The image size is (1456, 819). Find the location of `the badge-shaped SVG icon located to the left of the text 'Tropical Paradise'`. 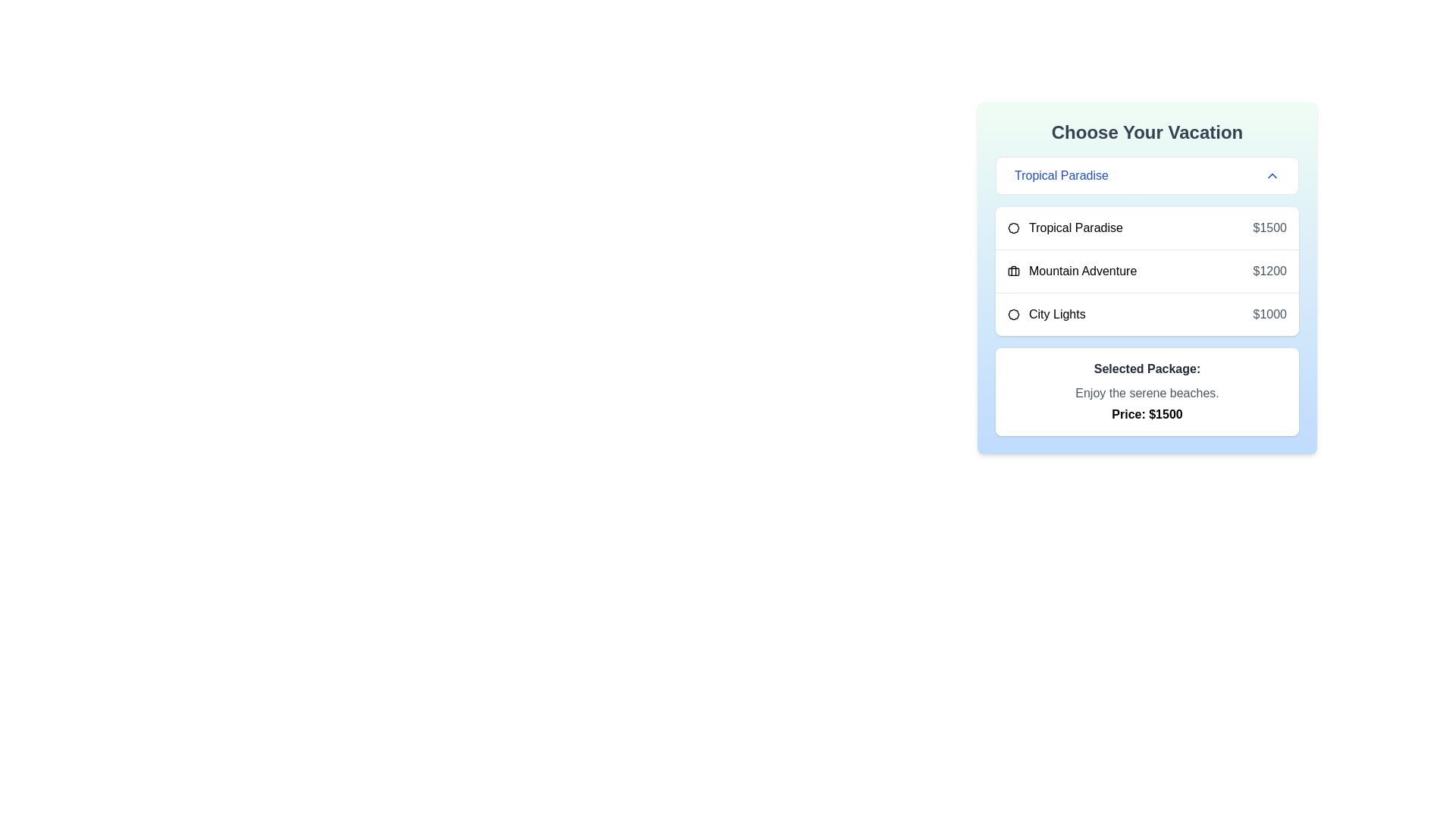

the badge-shaped SVG icon located to the left of the text 'Tropical Paradise' is located at coordinates (1014, 227).